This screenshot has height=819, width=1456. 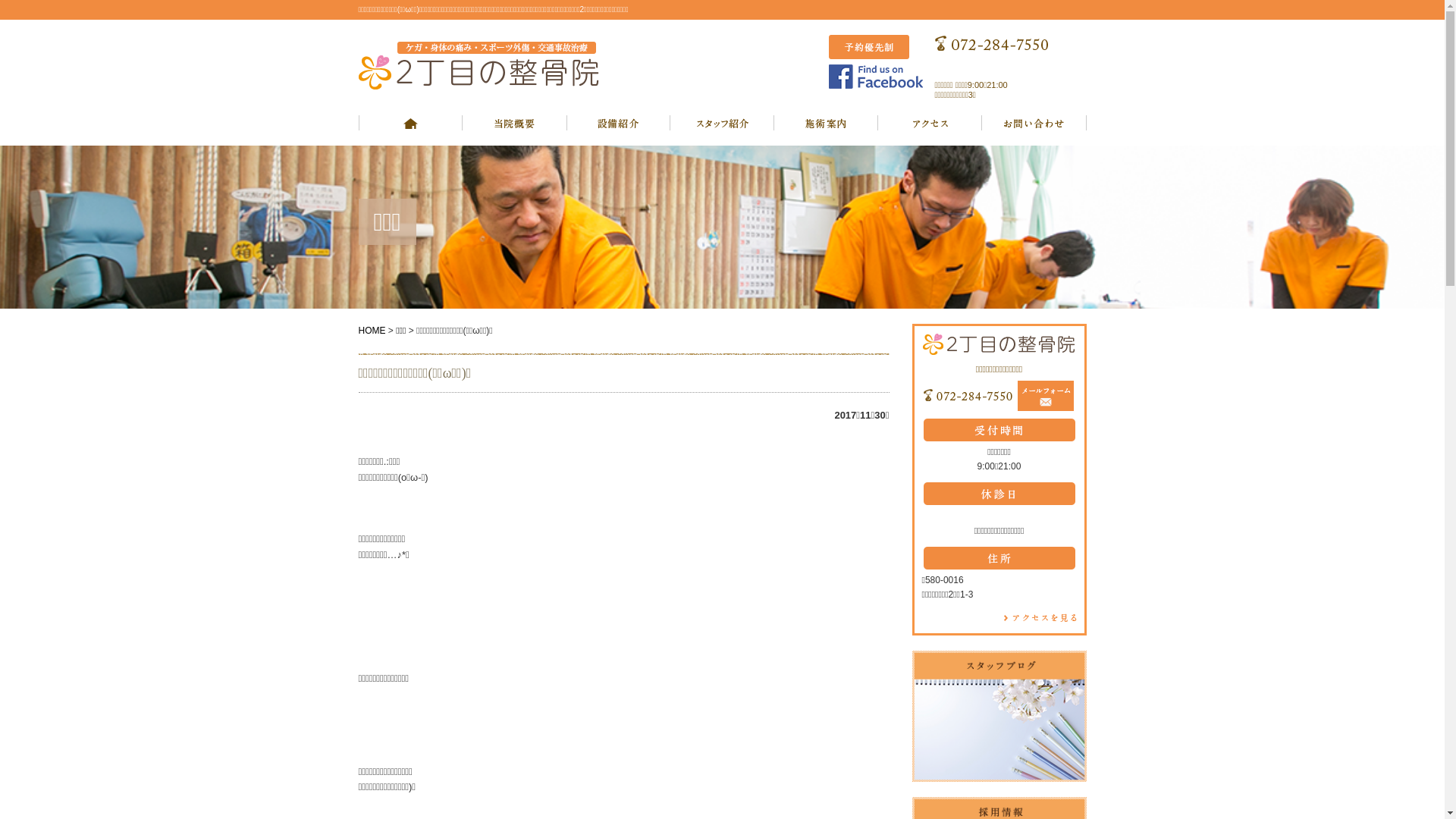 I want to click on 'HOME', so click(x=371, y=329).